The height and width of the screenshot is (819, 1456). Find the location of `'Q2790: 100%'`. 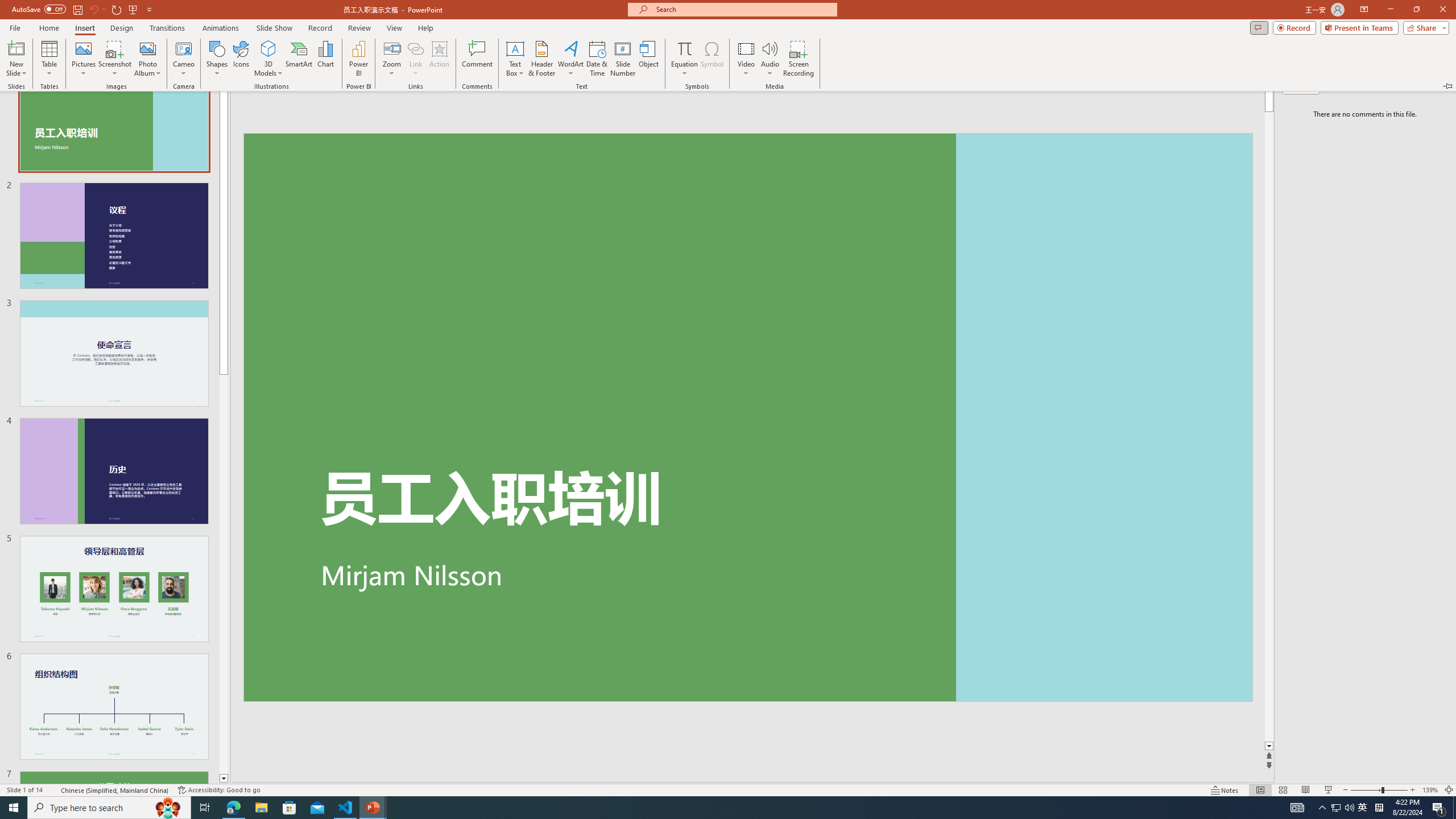

'Q2790: 100%' is located at coordinates (1349, 806).